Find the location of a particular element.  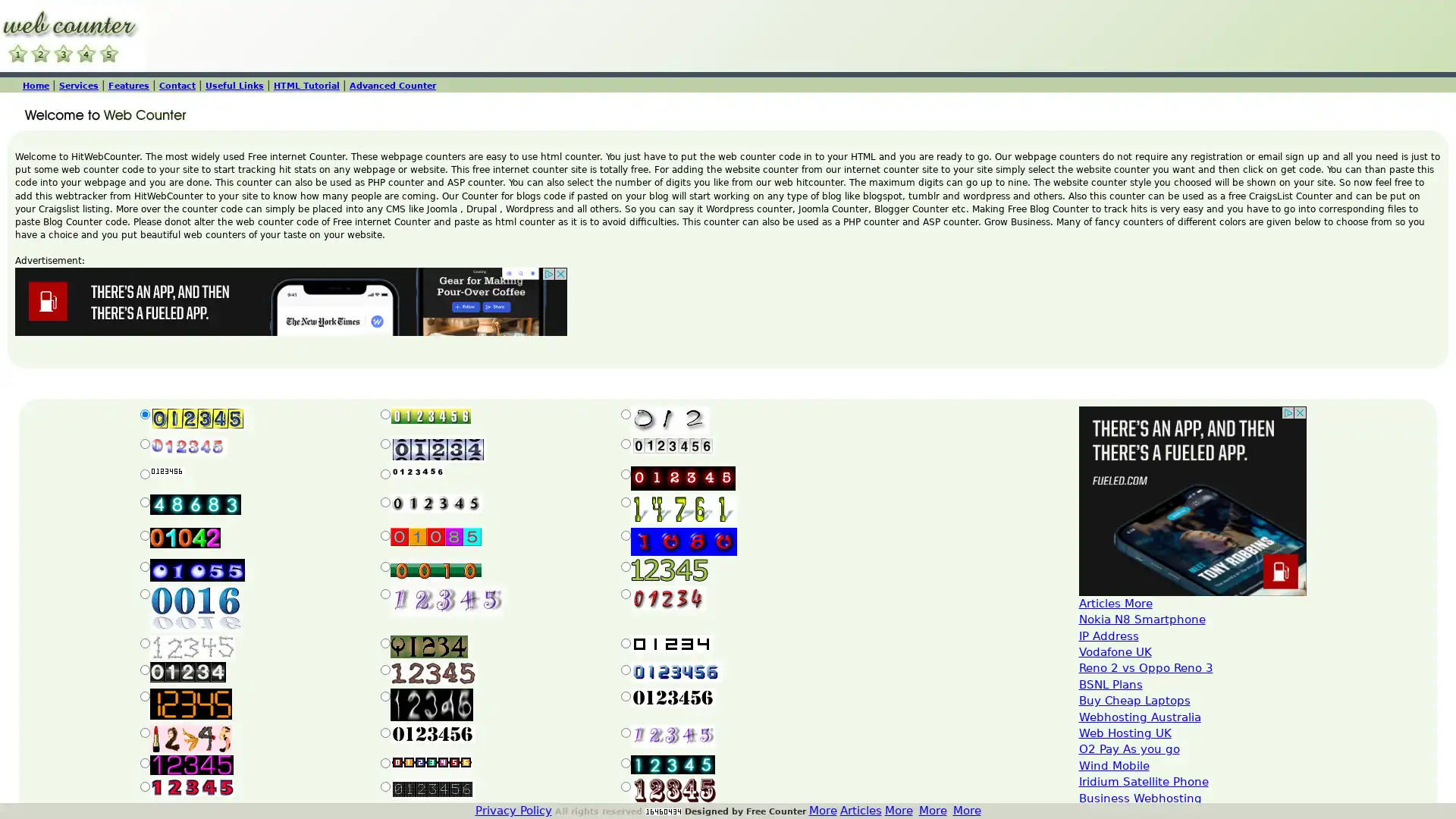

Submit is located at coordinates (416, 470).